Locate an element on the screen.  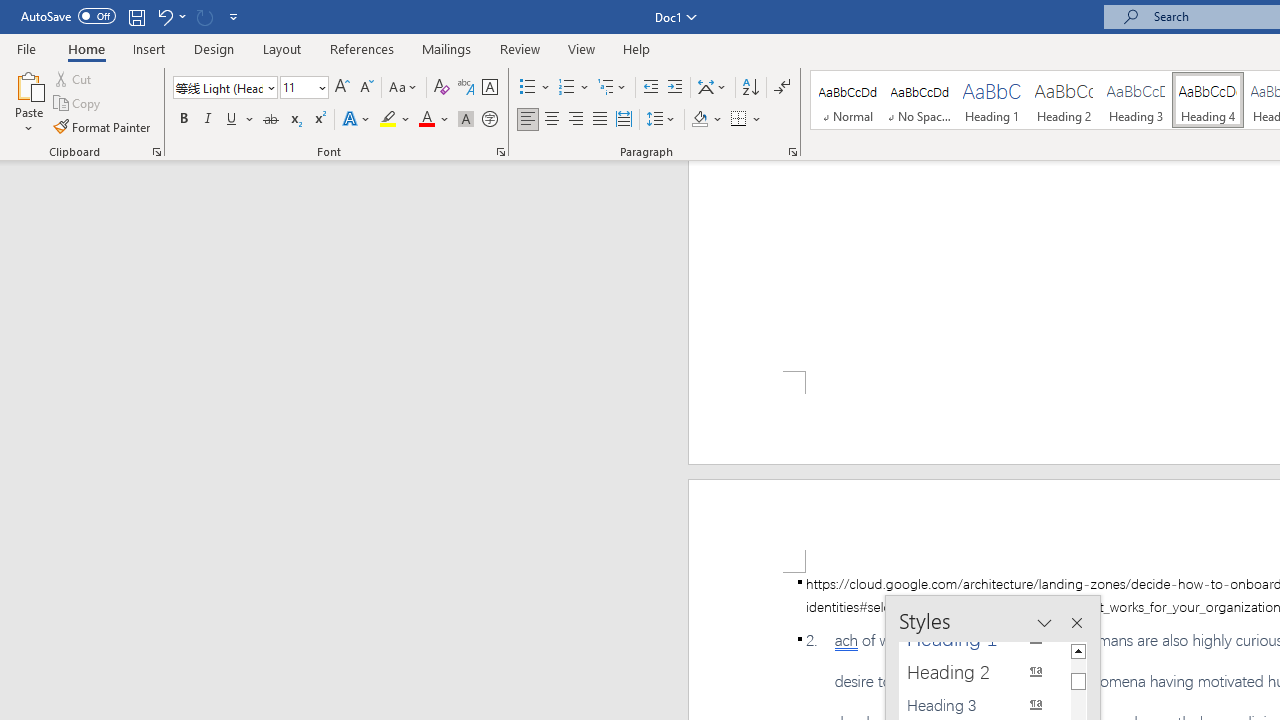
'Shading RGB(0, 0, 0)' is located at coordinates (699, 119).